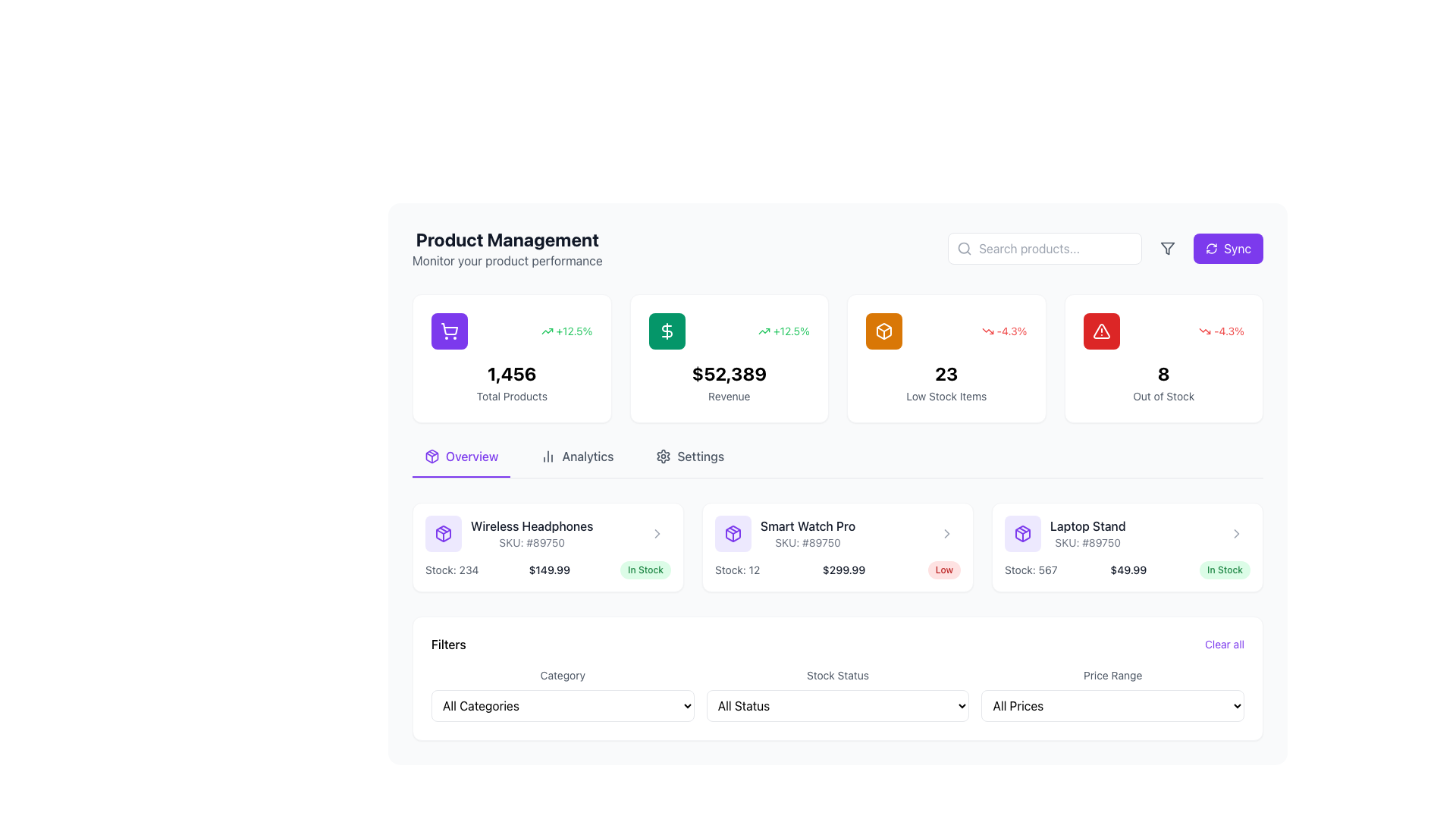 The image size is (1456, 819). Describe the element at coordinates (689, 461) in the screenshot. I see `the Navigation option button link, which is the third item in the horizontal navigation bar` at that location.